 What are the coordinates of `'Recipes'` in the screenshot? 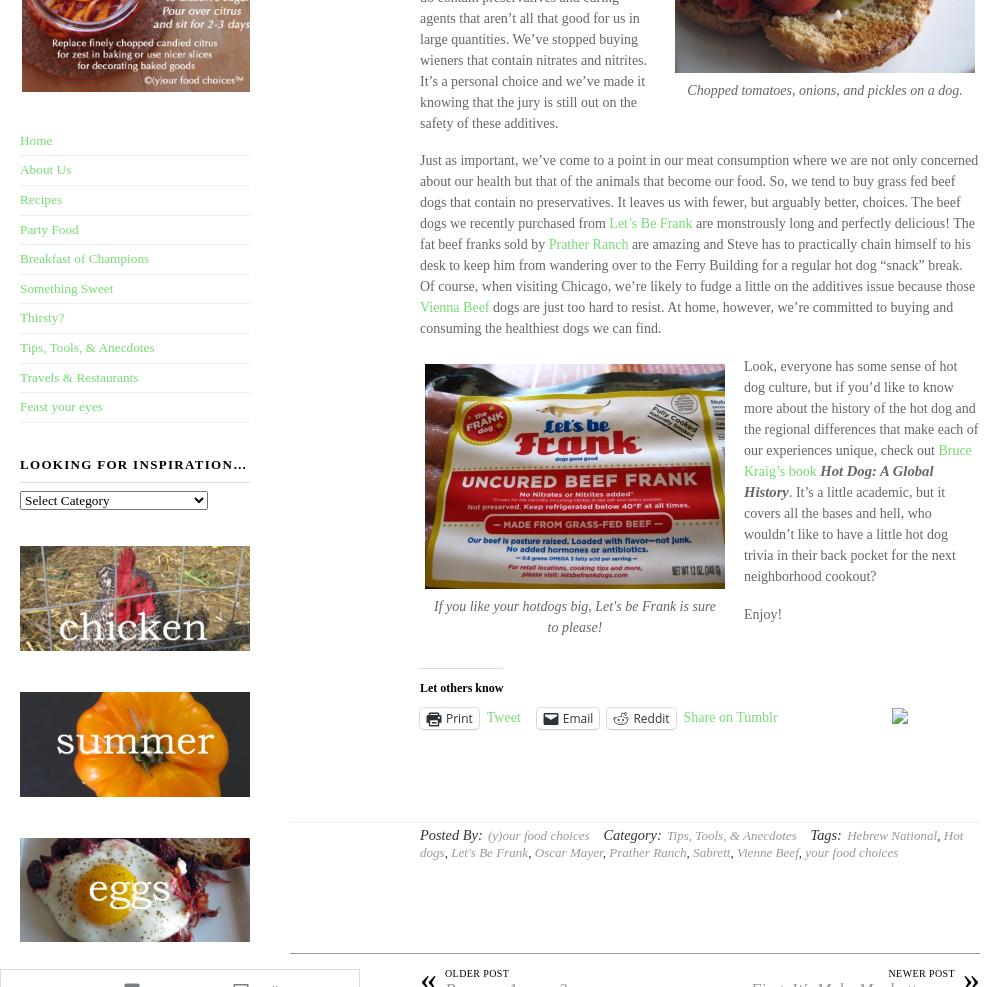 It's located at (20, 197).